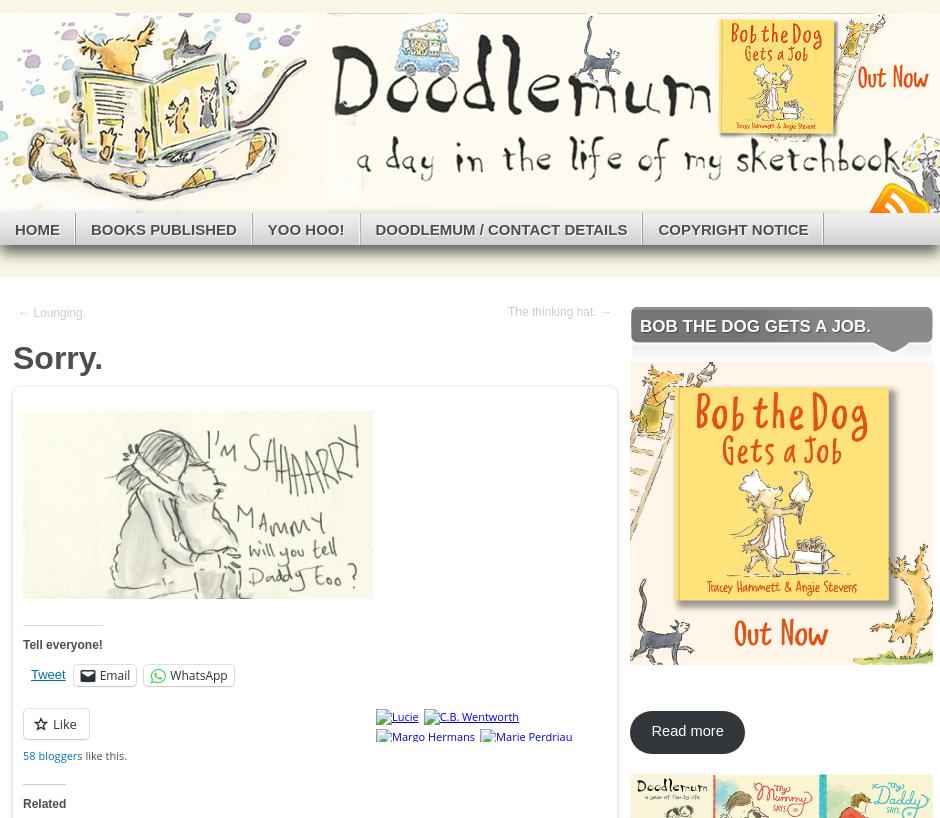 Image resolution: width=940 pixels, height=818 pixels. What do you see at coordinates (304, 228) in the screenshot?
I see `'Yoo Hoo!'` at bounding box center [304, 228].